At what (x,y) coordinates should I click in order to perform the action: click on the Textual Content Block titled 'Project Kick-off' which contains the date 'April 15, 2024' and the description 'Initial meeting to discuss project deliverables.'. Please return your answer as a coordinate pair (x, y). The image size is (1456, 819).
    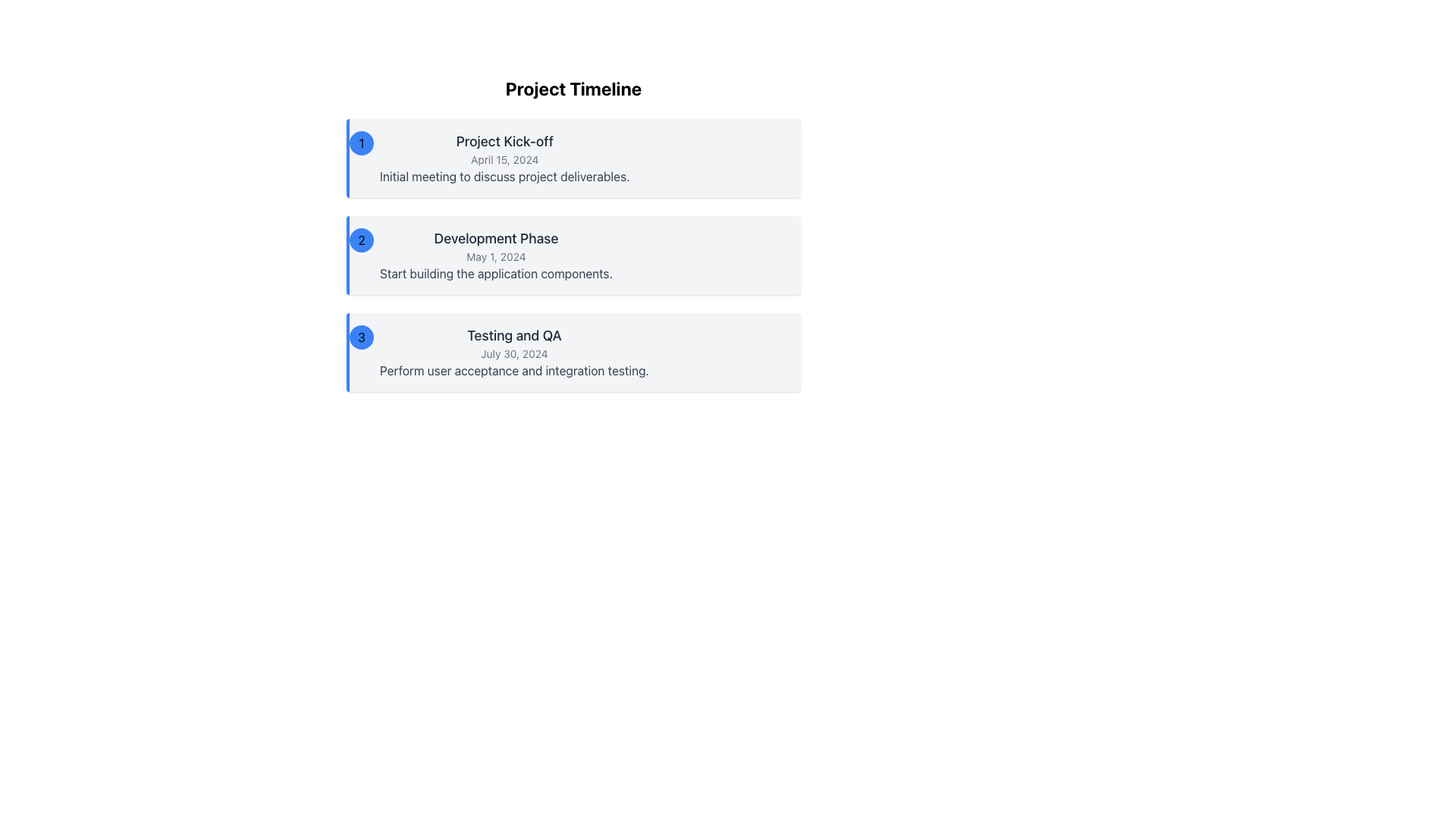
    Looking at the image, I should click on (504, 158).